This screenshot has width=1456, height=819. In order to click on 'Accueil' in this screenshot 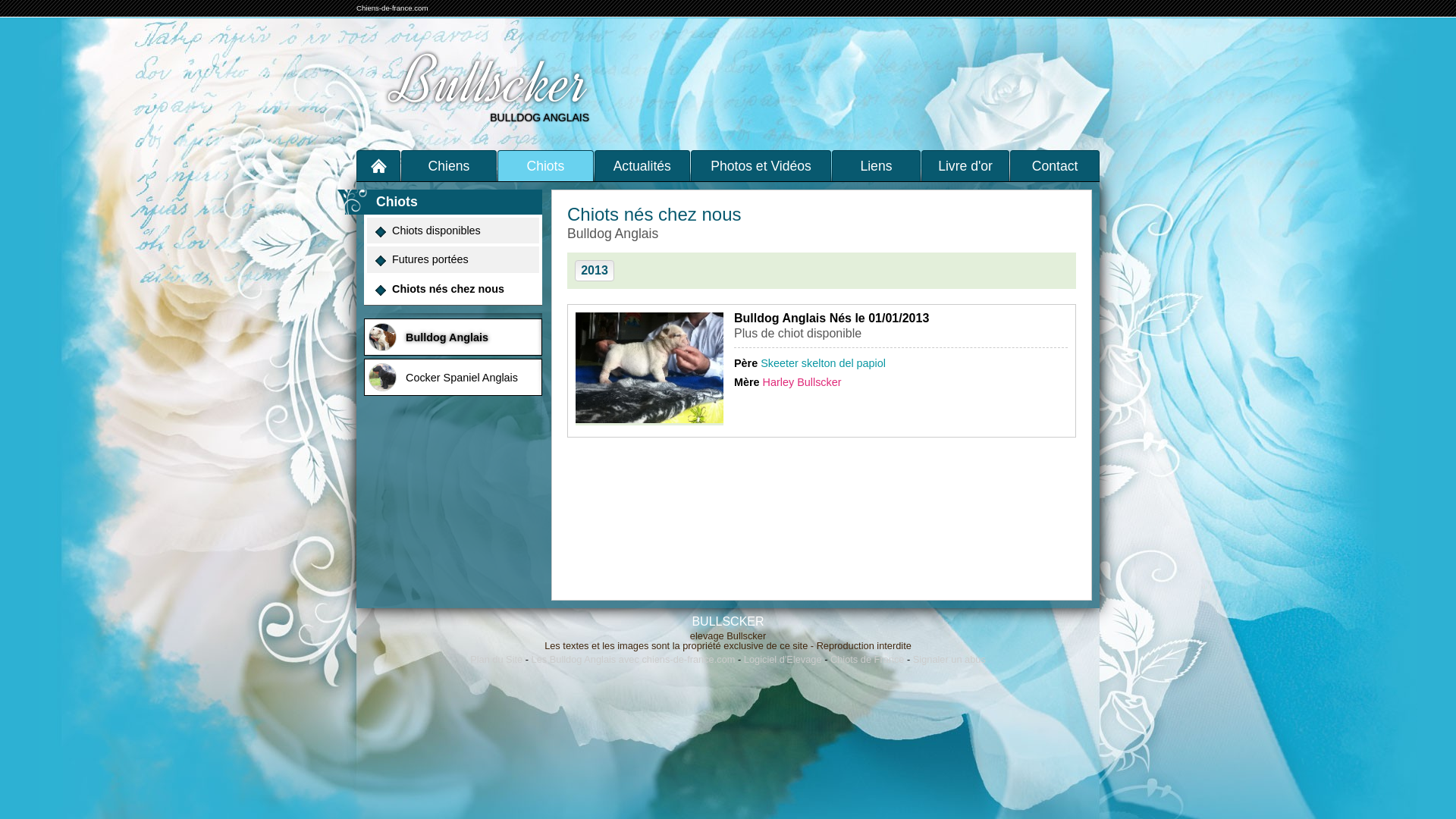, I will do `click(356, 165)`.